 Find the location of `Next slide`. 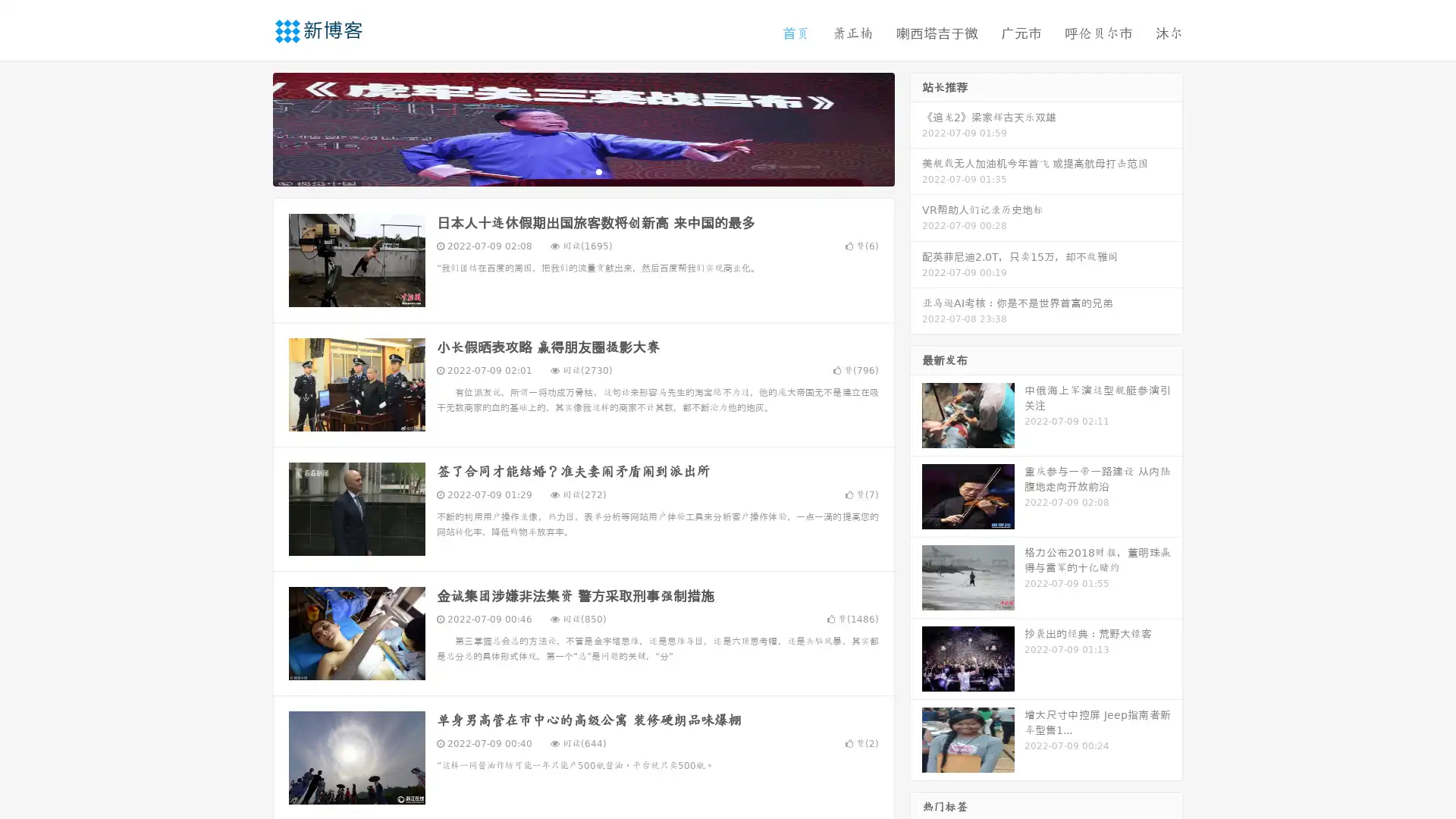

Next slide is located at coordinates (916, 127).